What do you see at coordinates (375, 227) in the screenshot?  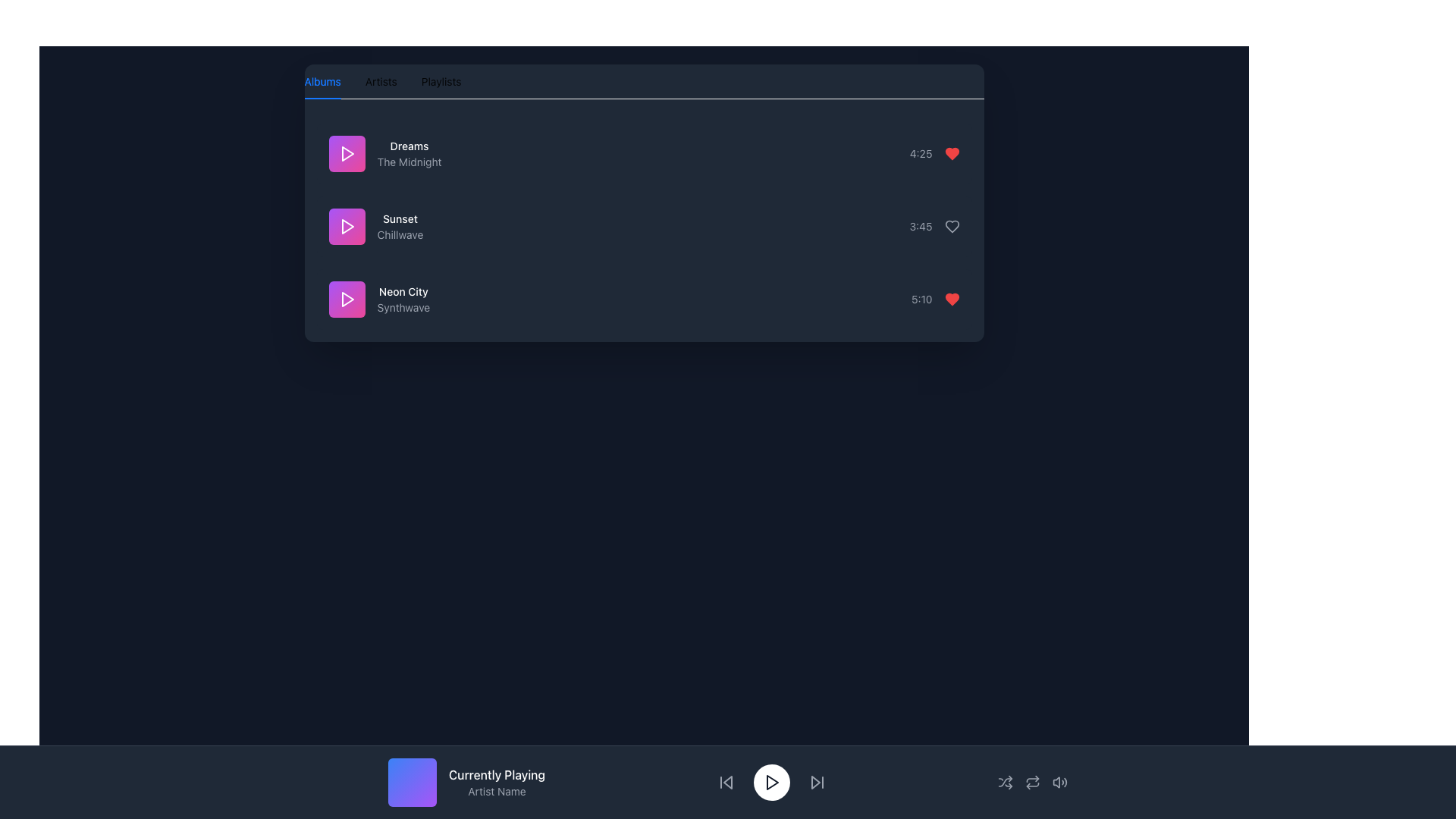 I see `to select the second music track in the playlist, located below 'Dreams' and above 'Neon City'` at bounding box center [375, 227].